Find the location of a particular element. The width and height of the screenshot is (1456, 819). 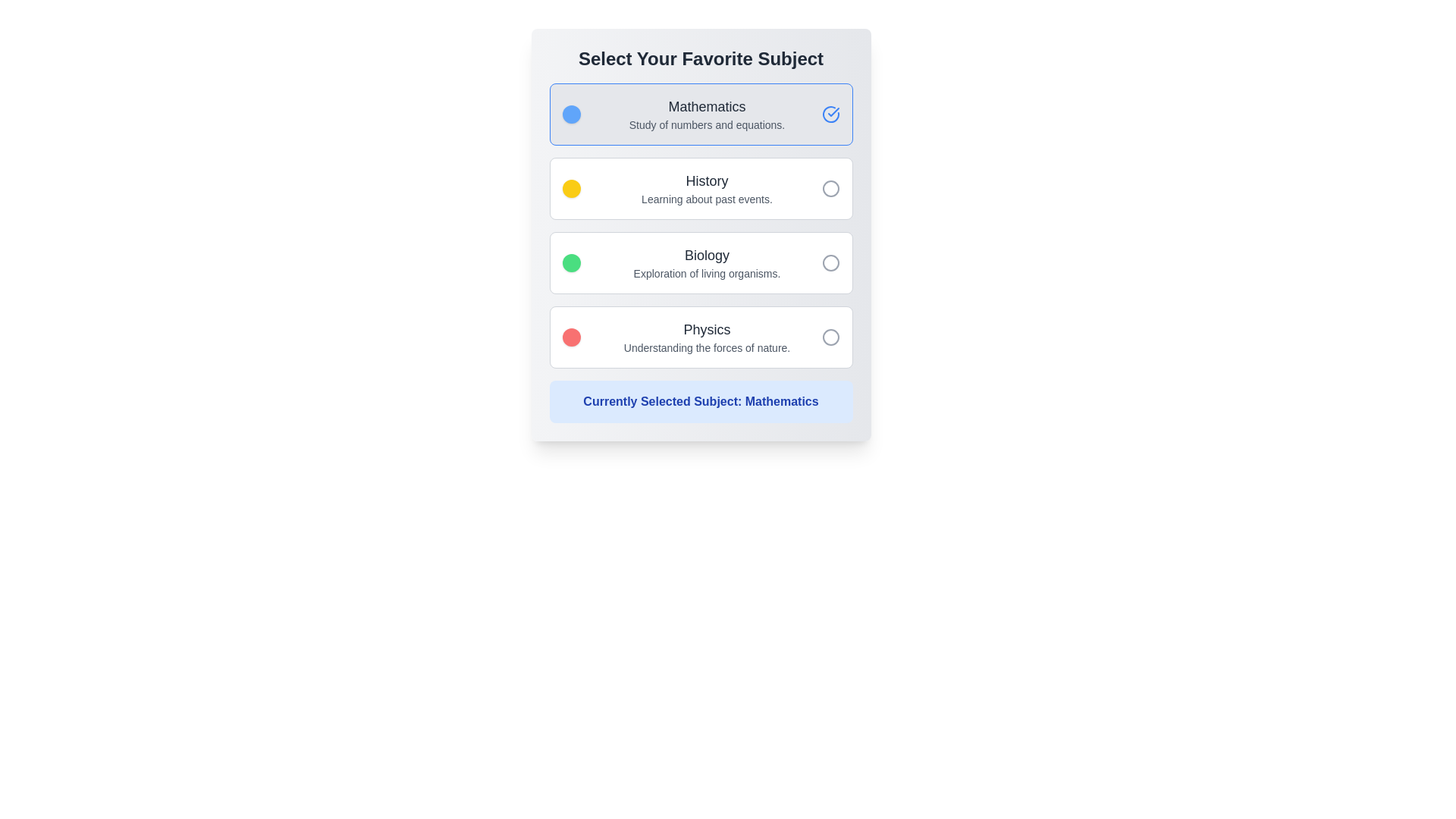

the descriptive text label that provides additional information about the 'Mathematics' category, positioned centrally beneath the title 'Mathematics' is located at coordinates (706, 124).